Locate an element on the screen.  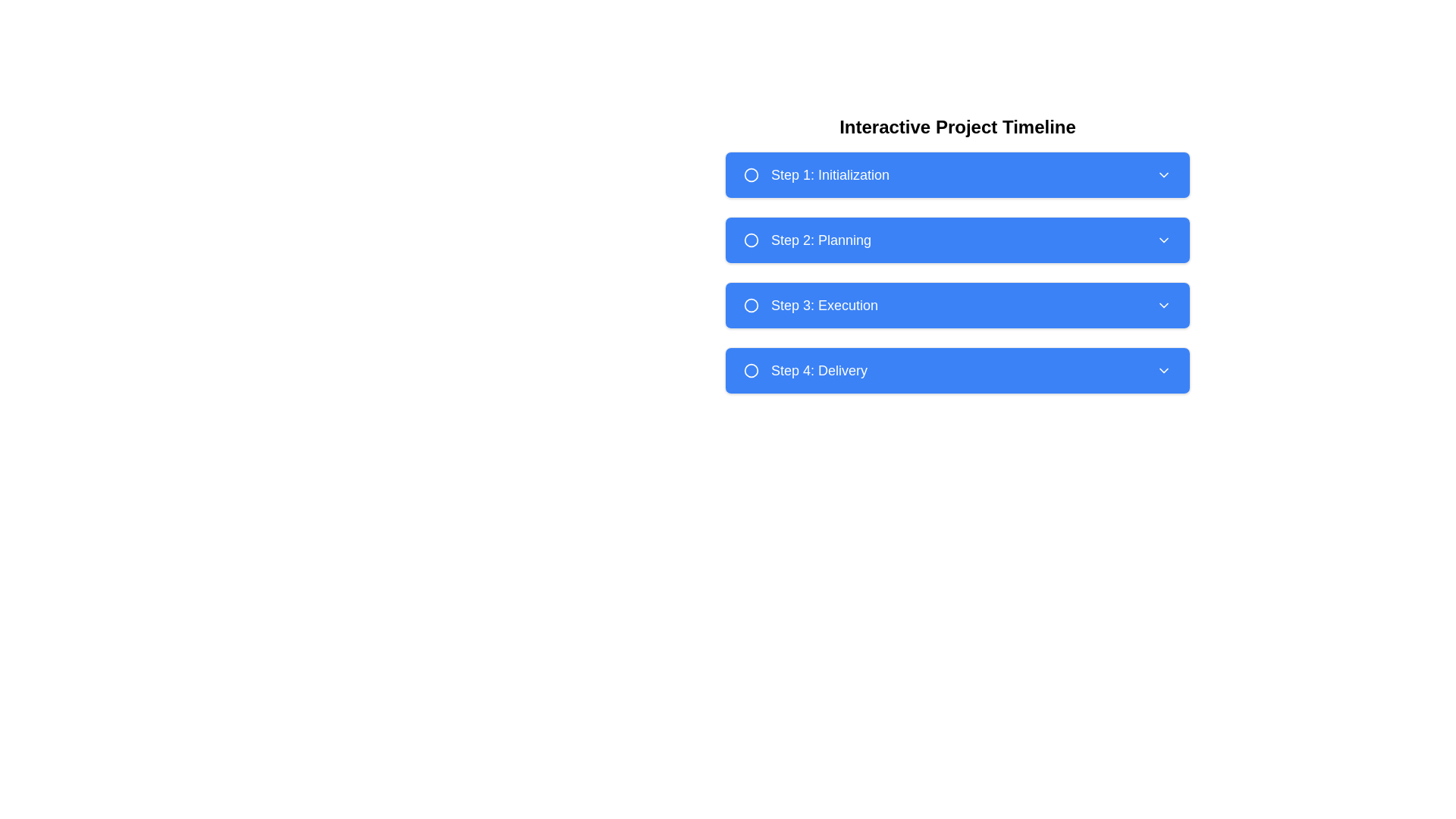
the interactive row item labeled 'Step 2: Planning' in the project timeline interface is located at coordinates (956, 253).